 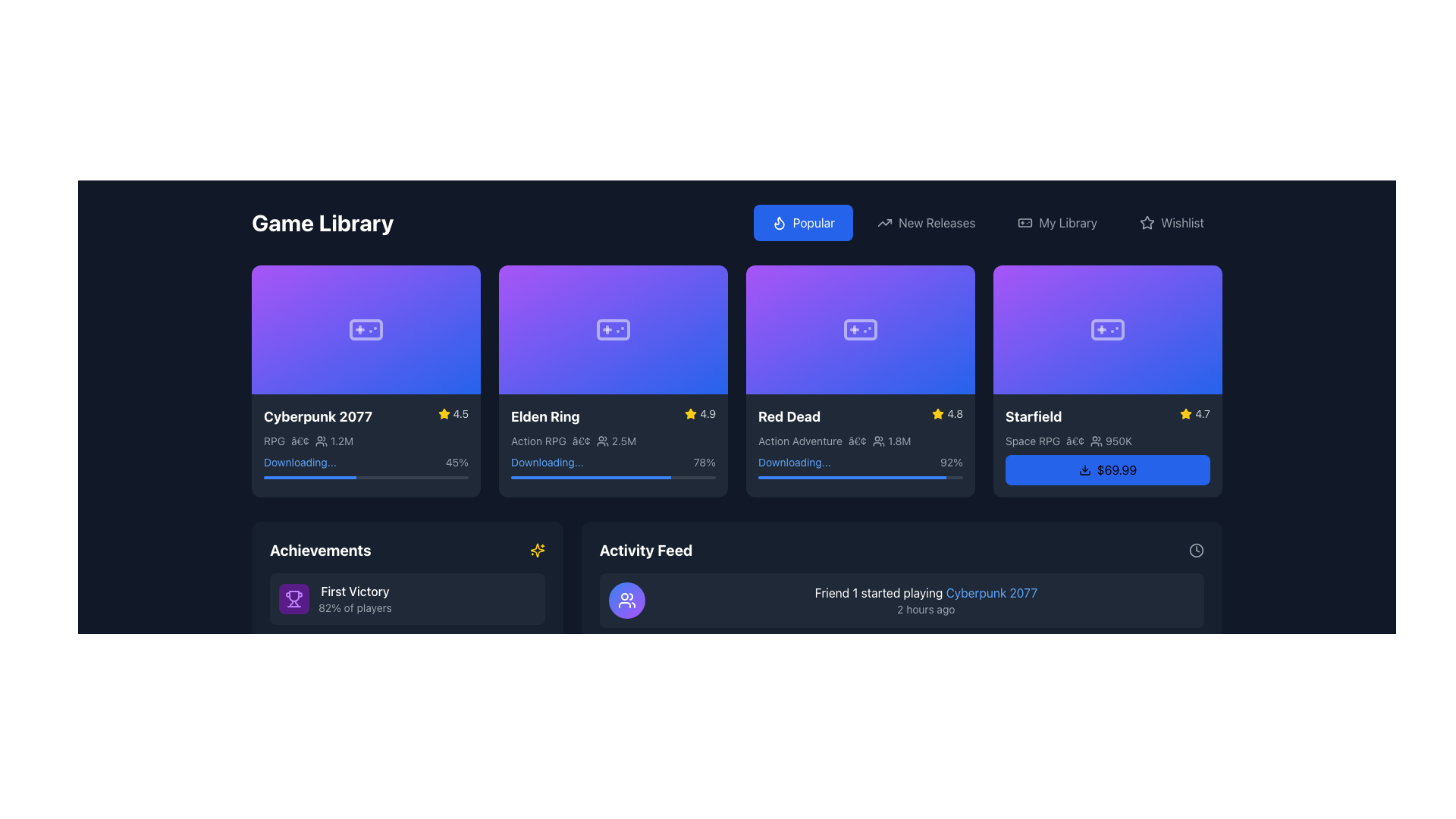 What do you see at coordinates (936, 222) in the screenshot?
I see `the 'New Releases' text label in the top bar` at bounding box center [936, 222].